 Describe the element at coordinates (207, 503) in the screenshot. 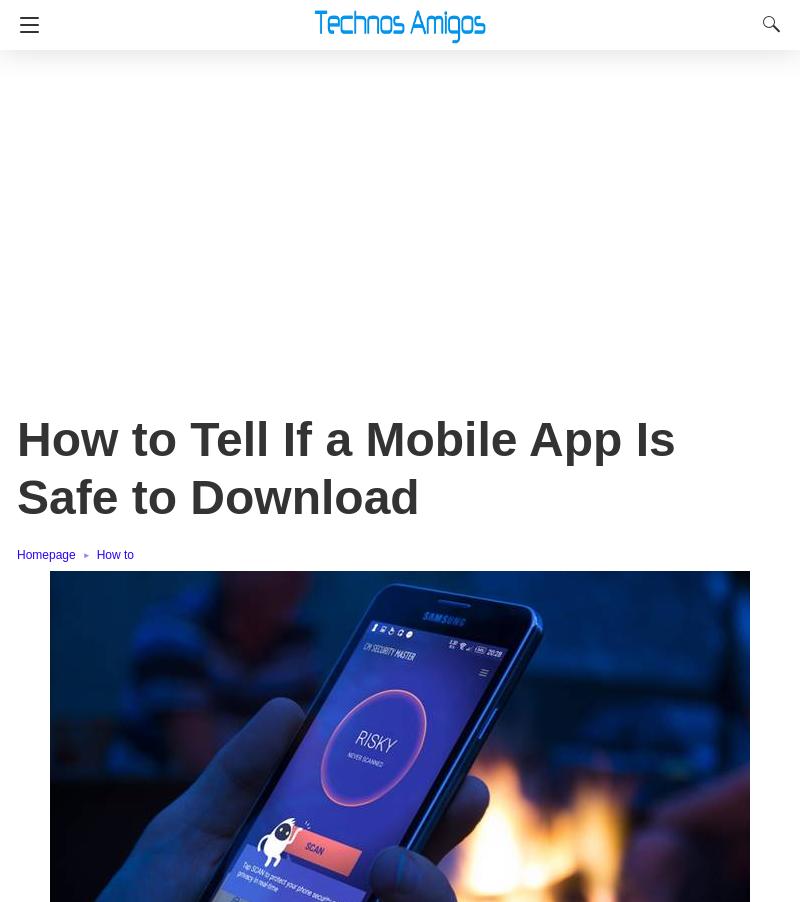

I see `'Permission to run network services'` at that location.